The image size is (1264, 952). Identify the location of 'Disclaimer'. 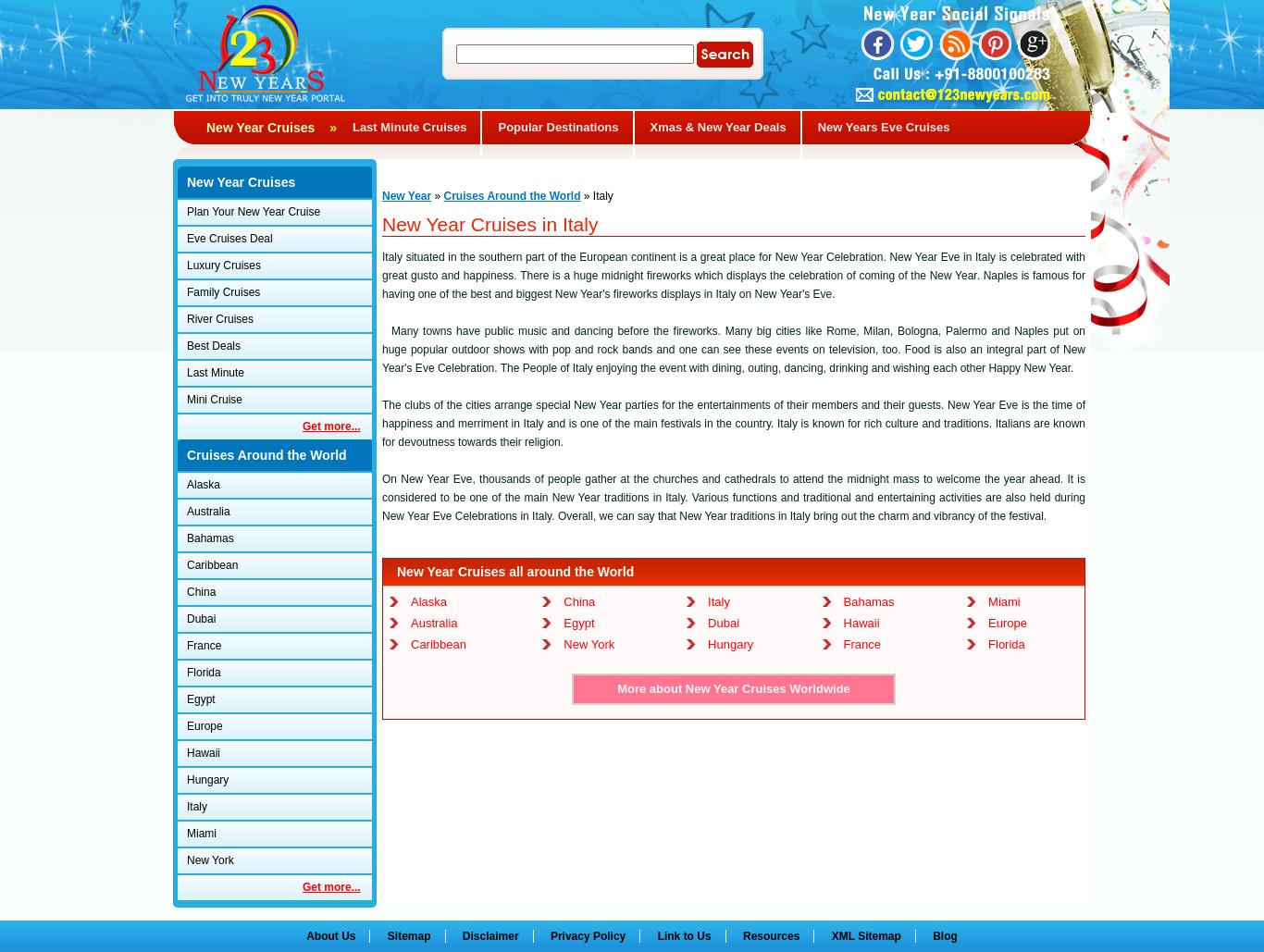
(461, 935).